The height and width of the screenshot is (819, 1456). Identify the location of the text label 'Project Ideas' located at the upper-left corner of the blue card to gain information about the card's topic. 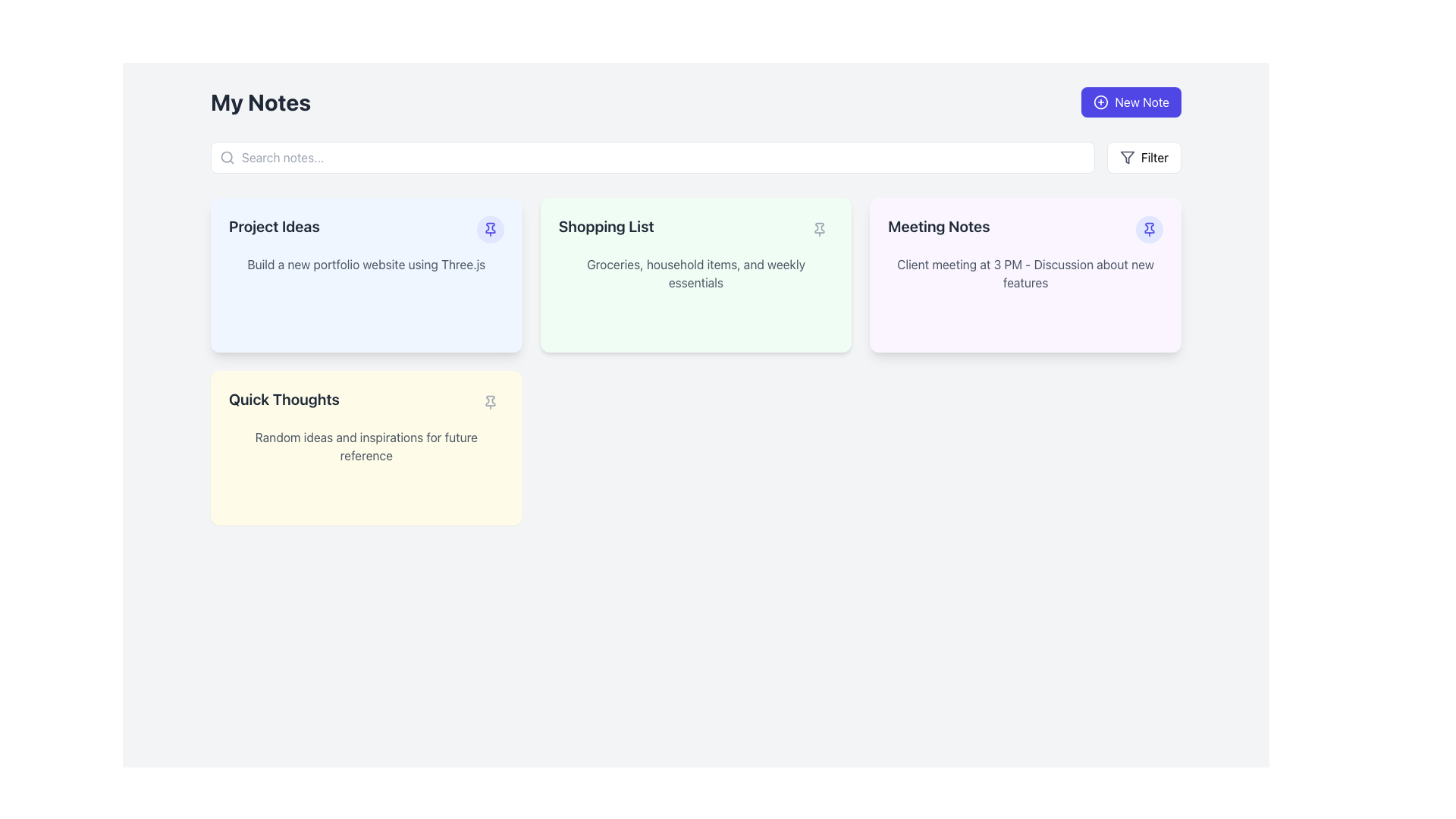
(274, 227).